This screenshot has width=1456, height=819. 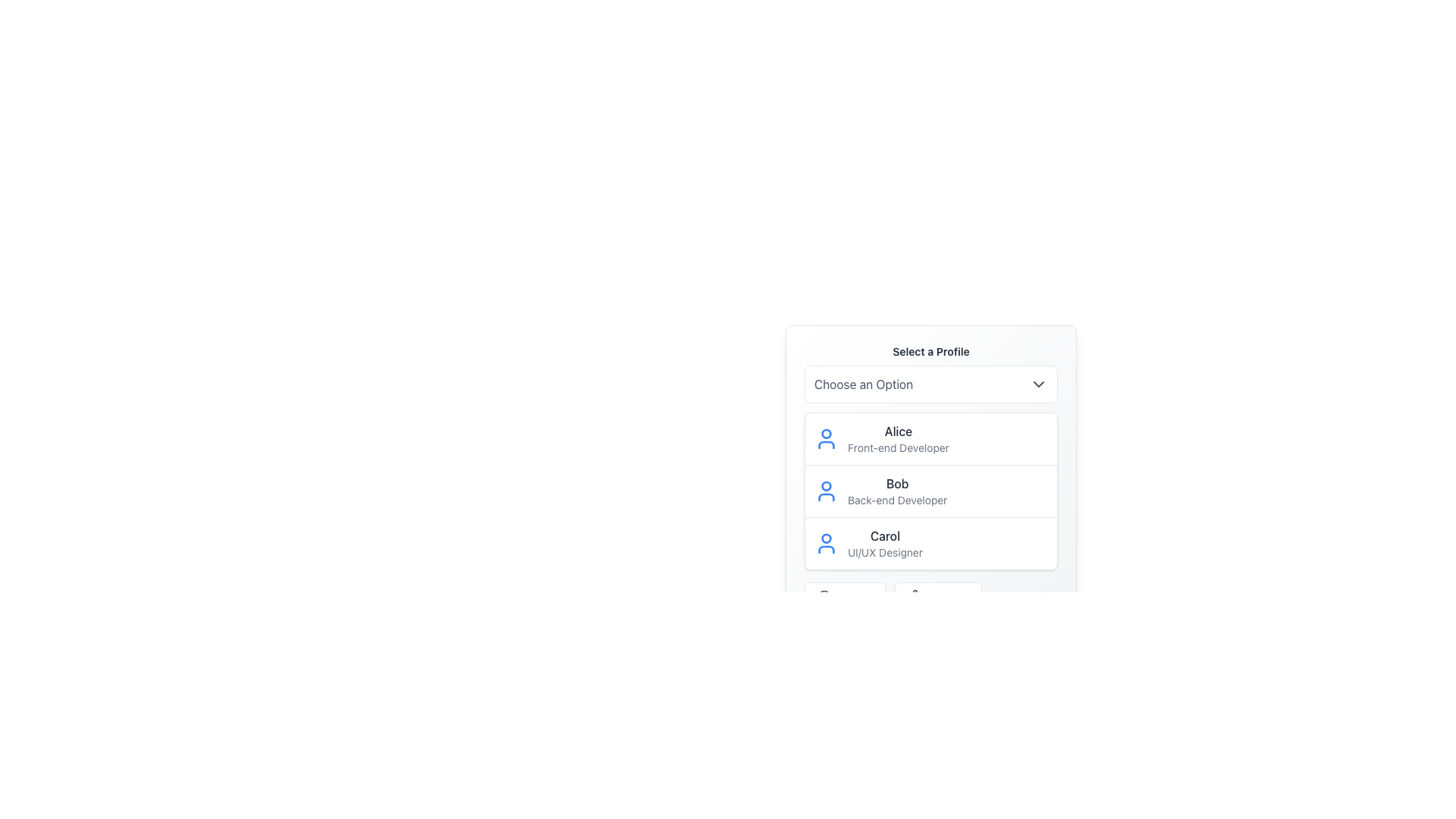 What do you see at coordinates (930, 383) in the screenshot?
I see `the rectangular dropdown menu labeled 'Choose an Option'` at bounding box center [930, 383].